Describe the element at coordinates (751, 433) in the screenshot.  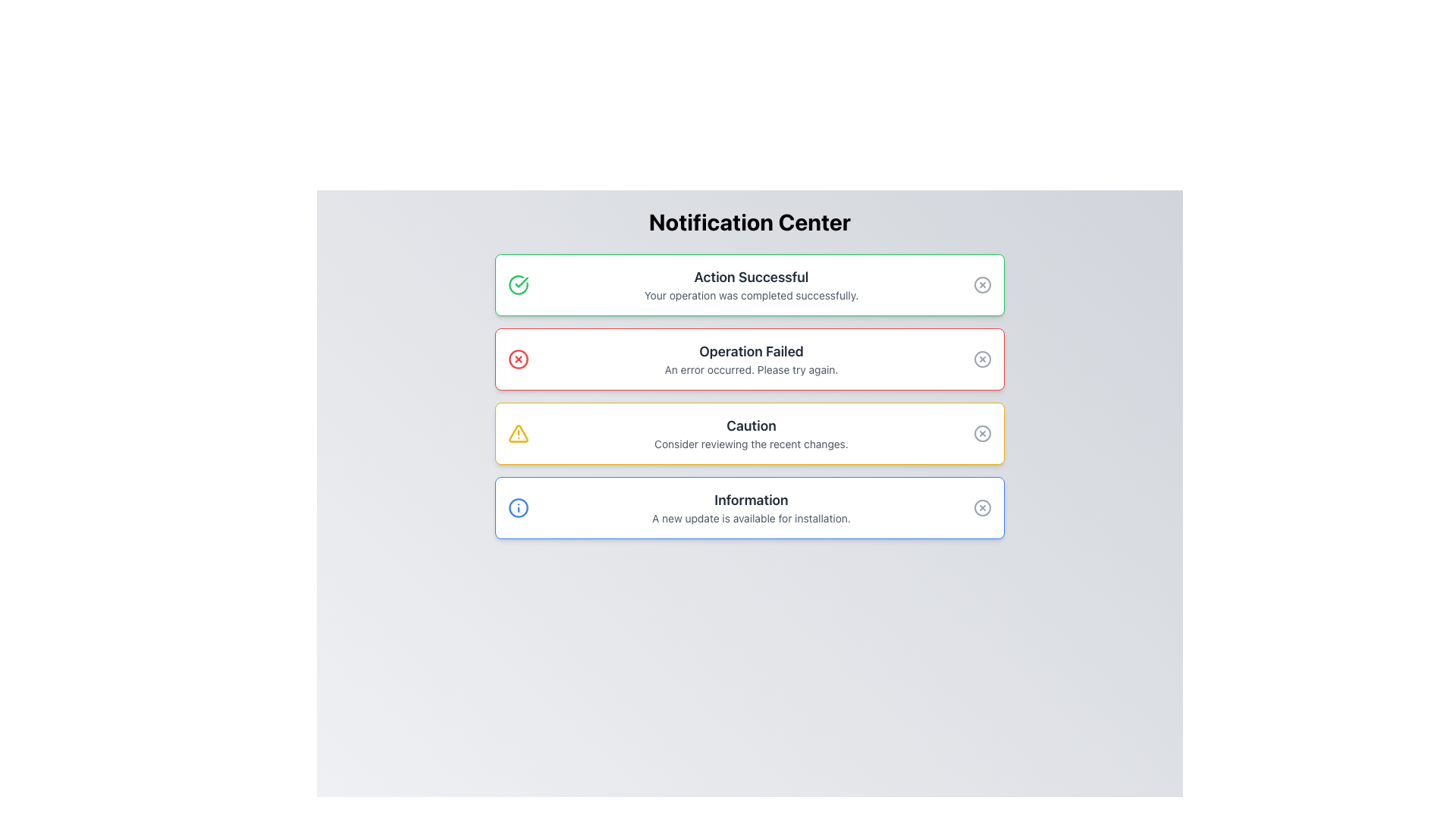
I see `text content of the third notification panel in the Notification Center, which has a yellow border and contains the title 'Caution' and the text 'Consider reviewing the recent changes.'` at that location.